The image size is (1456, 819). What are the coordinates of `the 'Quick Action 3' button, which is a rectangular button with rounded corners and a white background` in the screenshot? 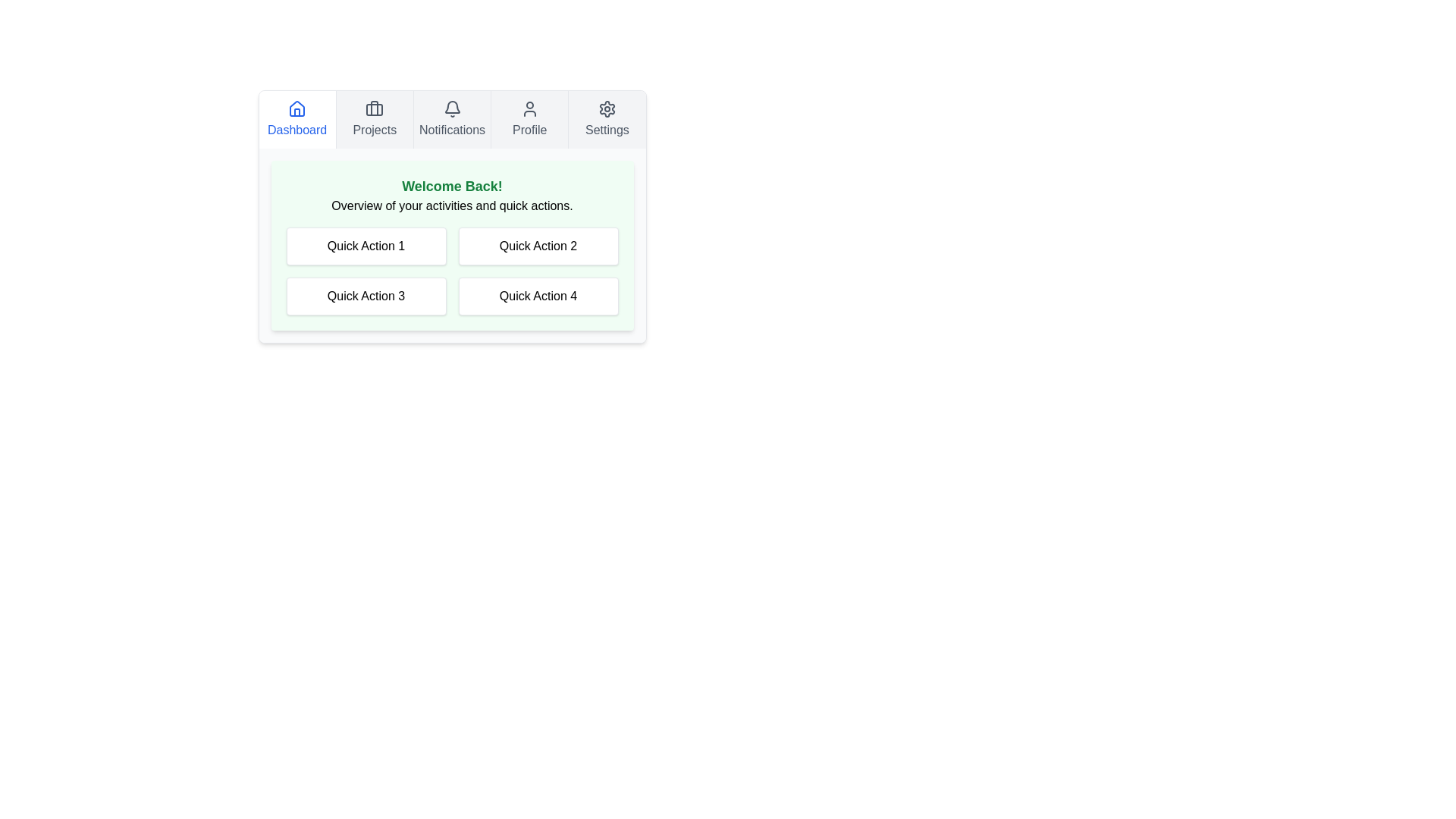 It's located at (366, 296).